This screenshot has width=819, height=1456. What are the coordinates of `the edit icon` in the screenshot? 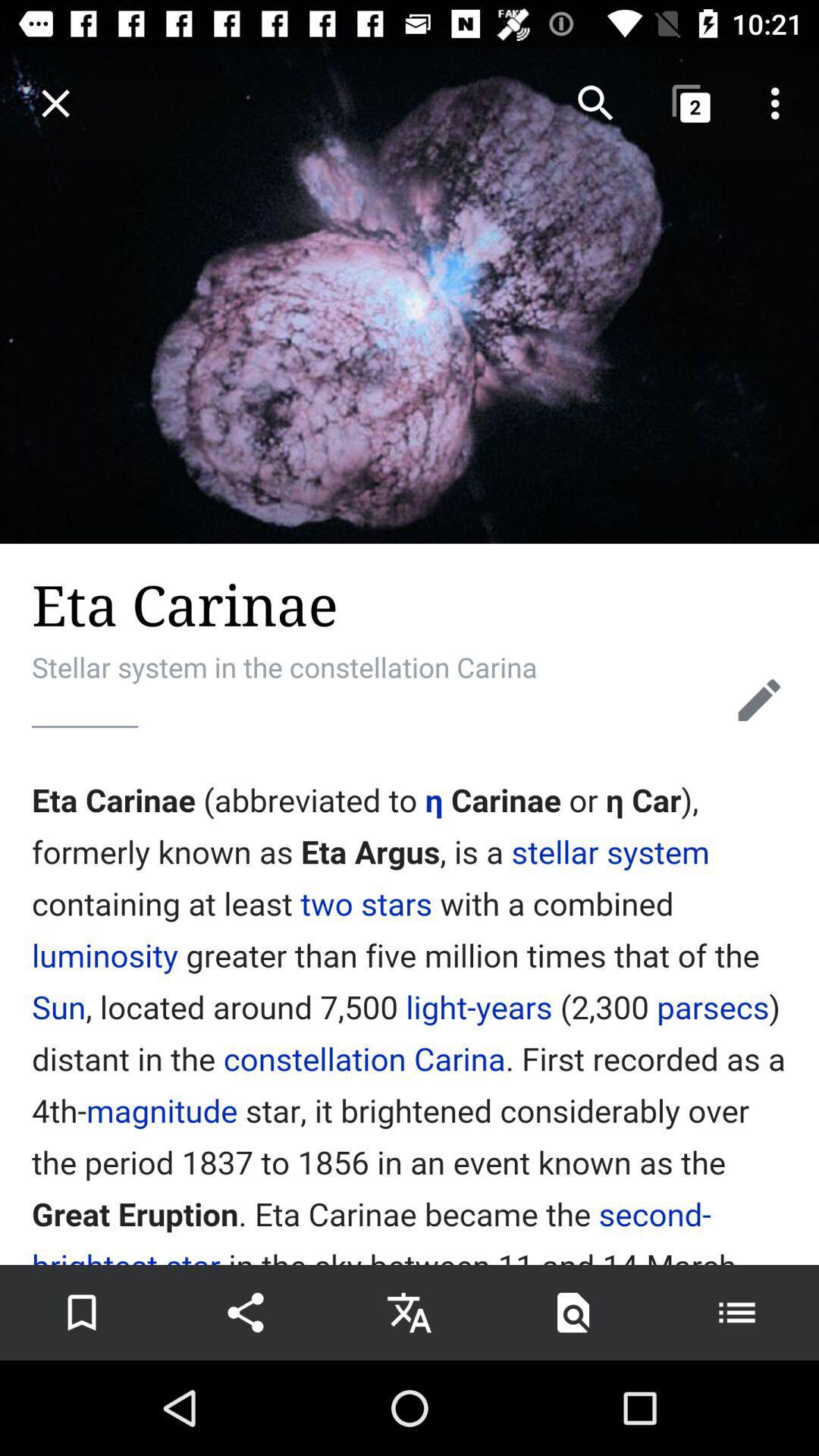 It's located at (759, 699).